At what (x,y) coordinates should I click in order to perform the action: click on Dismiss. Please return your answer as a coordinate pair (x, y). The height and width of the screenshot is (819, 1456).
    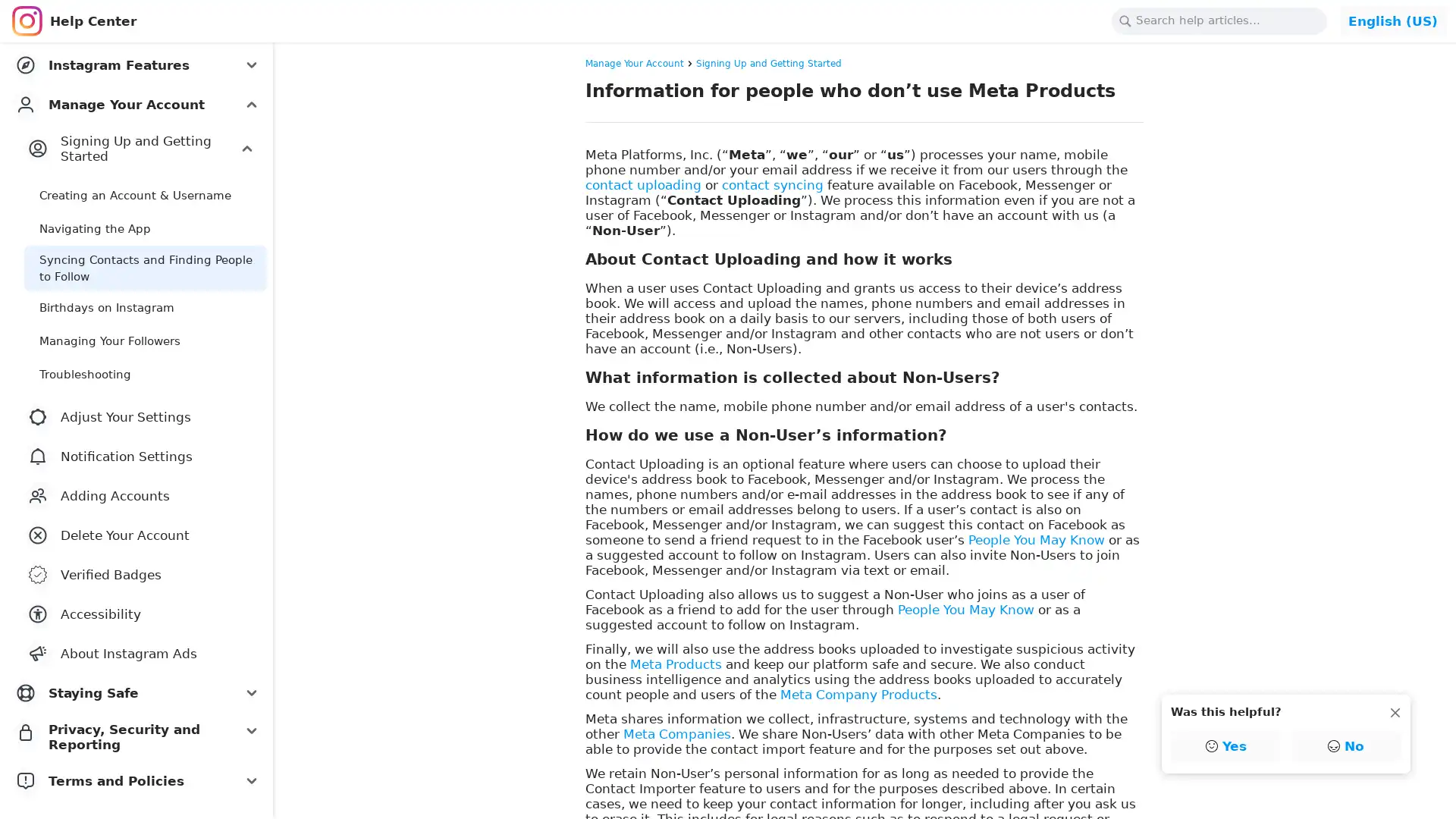
    Looking at the image, I should click on (1395, 713).